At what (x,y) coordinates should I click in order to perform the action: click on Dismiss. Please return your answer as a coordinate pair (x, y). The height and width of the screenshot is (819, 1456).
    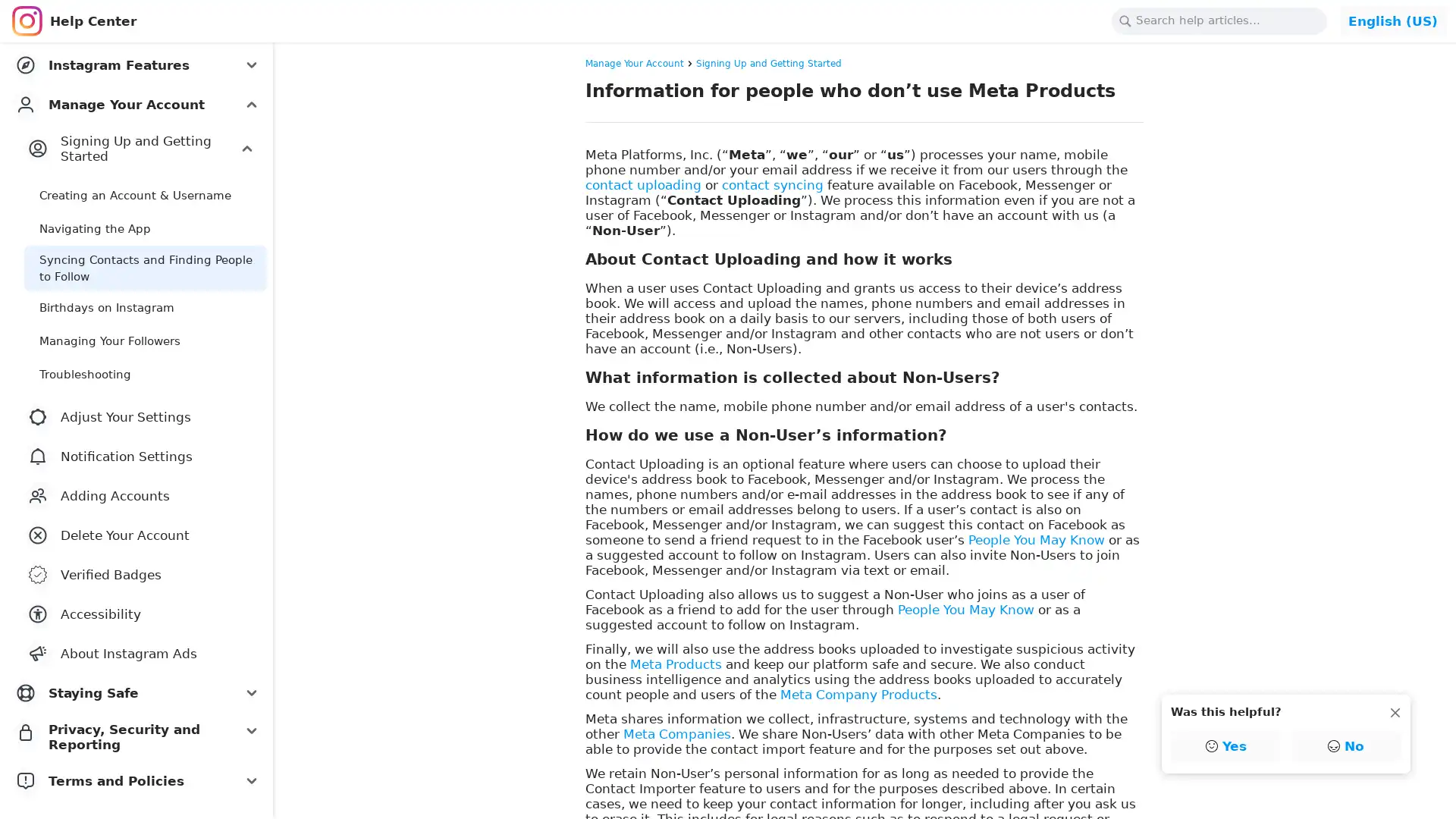
    Looking at the image, I should click on (1395, 713).